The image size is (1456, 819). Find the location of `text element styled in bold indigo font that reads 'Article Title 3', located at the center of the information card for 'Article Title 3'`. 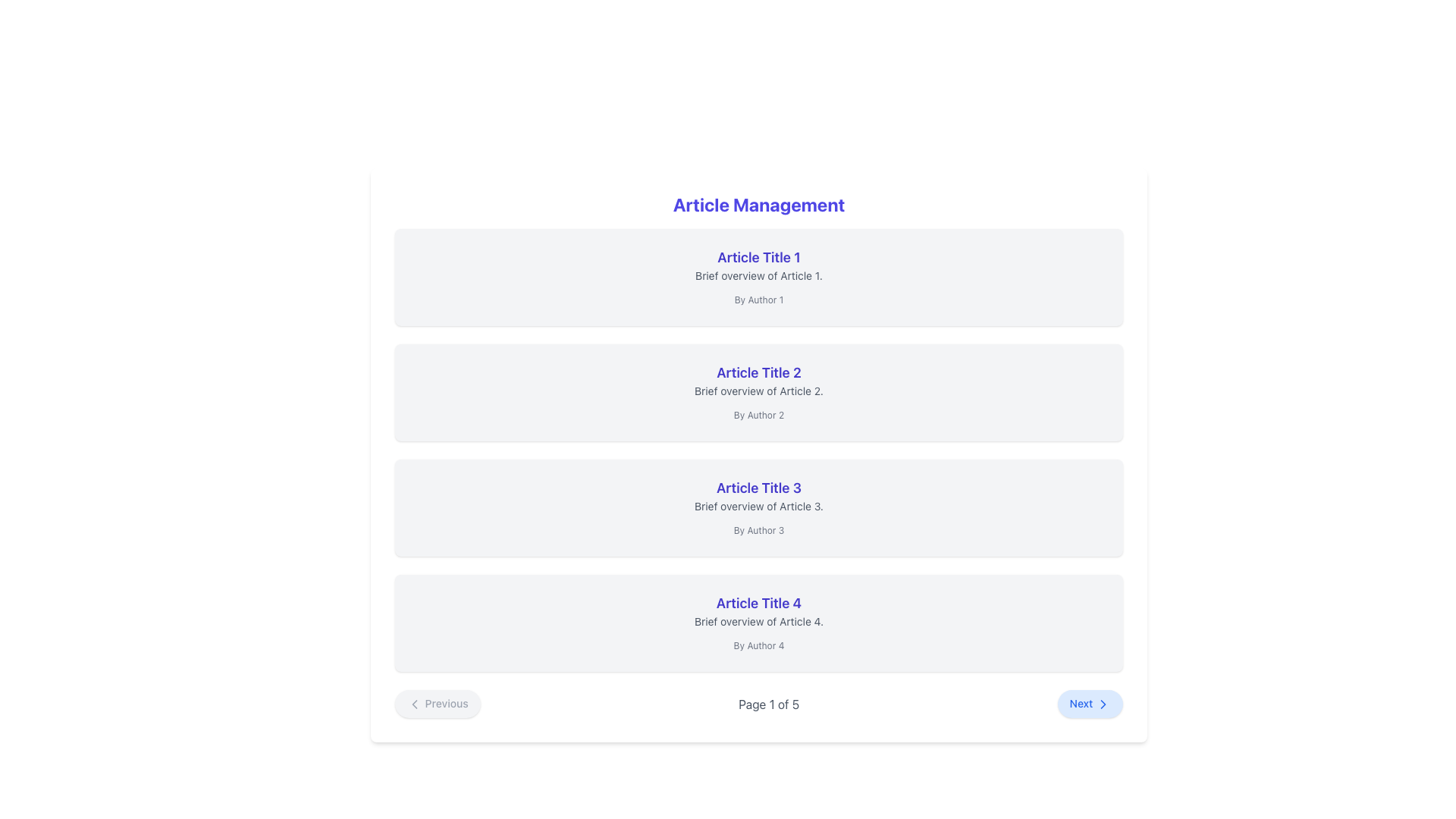

text element styled in bold indigo font that reads 'Article Title 3', located at the center of the information card for 'Article Title 3' is located at coordinates (759, 488).